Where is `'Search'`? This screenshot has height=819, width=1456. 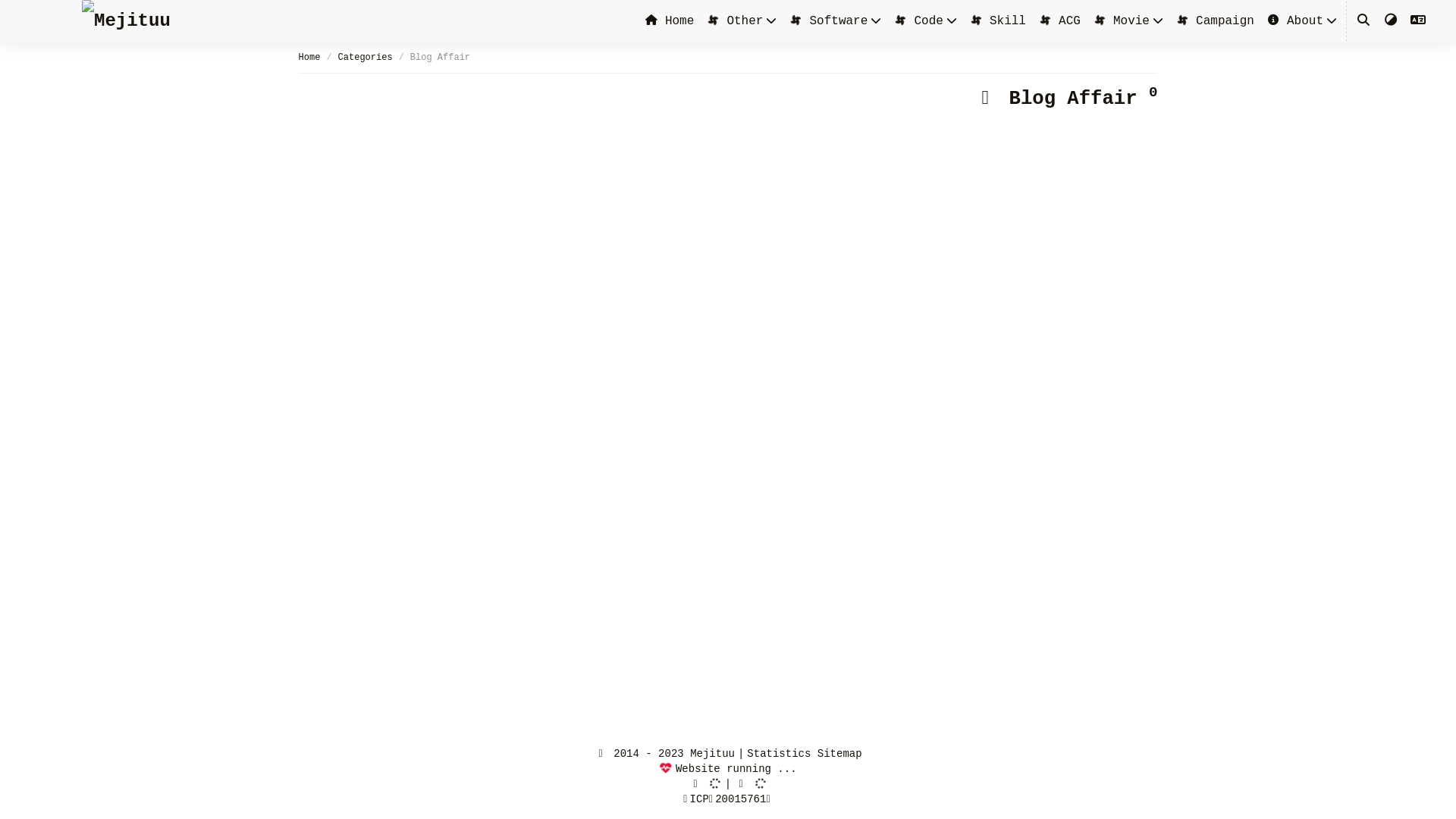 'Search' is located at coordinates (1363, 20).